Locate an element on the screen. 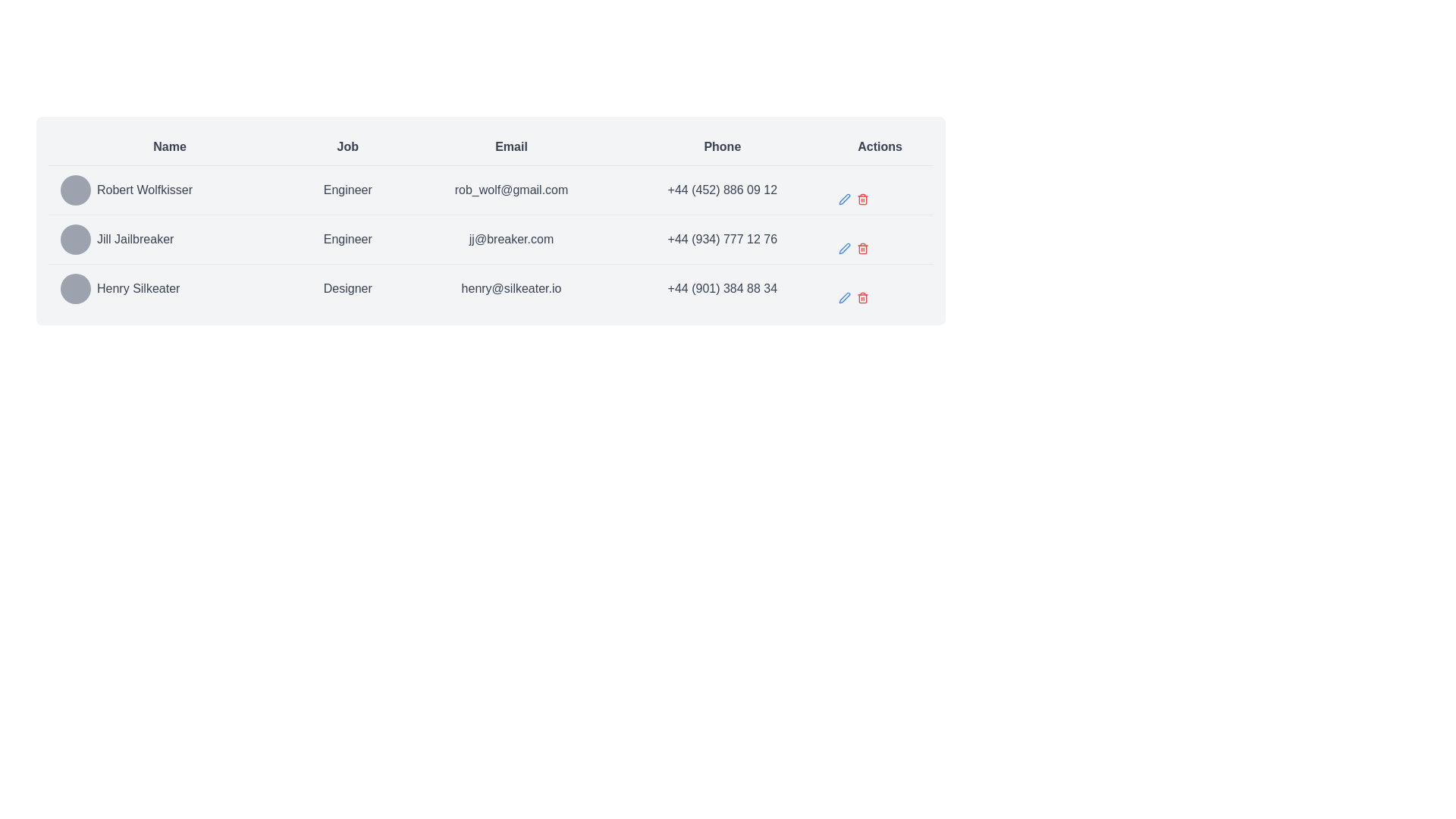 The image size is (1456, 819). the second row of the table, which includes an individual's details and is located between the rows for 'Robert Wolfkisser' and 'Henry Silkeater' is located at coordinates (491, 239).